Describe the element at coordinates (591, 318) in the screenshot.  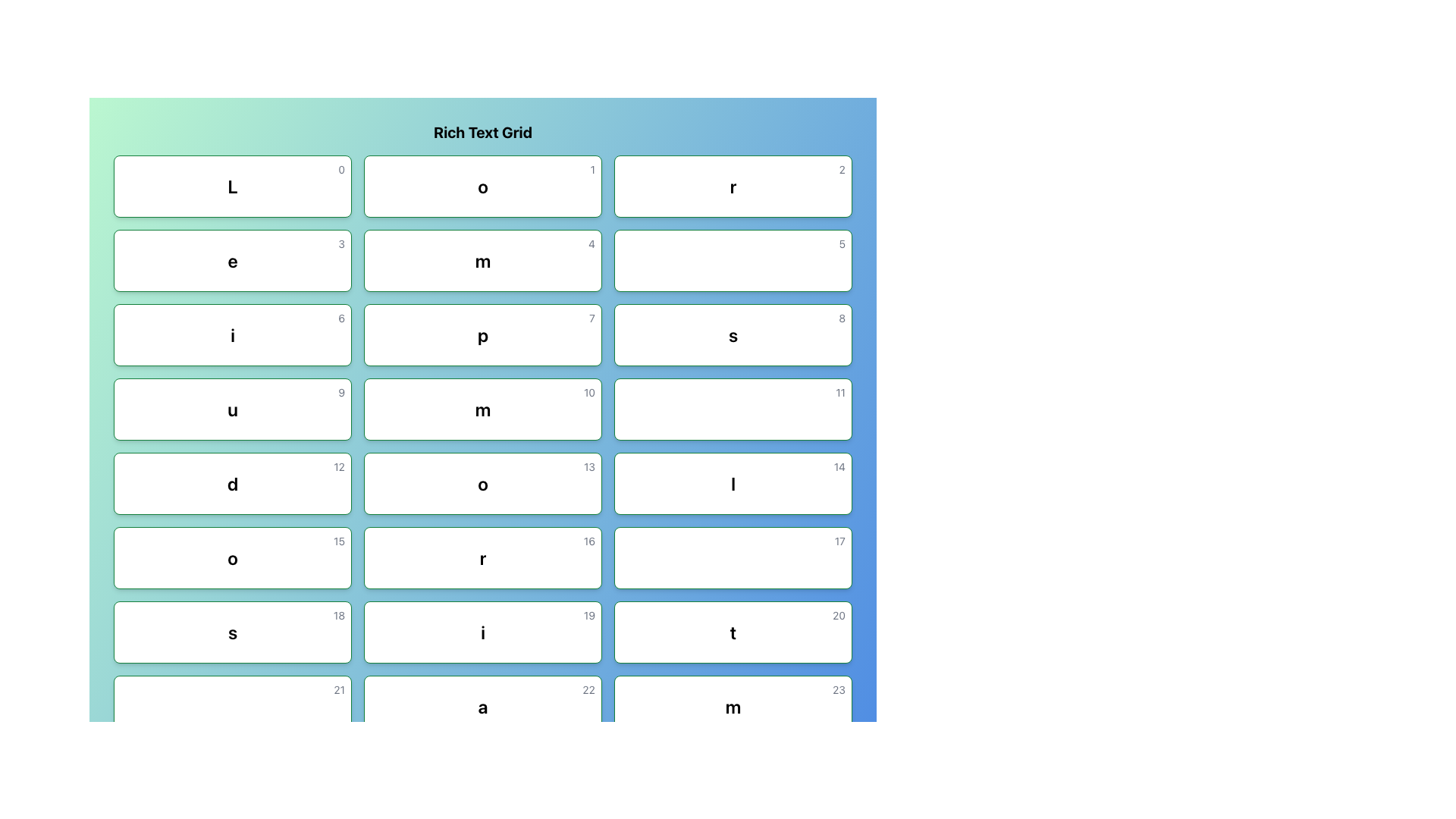
I see `the Static Text Label displaying the number '7', located in the top-right corner of a card labeled 'p'` at that location.